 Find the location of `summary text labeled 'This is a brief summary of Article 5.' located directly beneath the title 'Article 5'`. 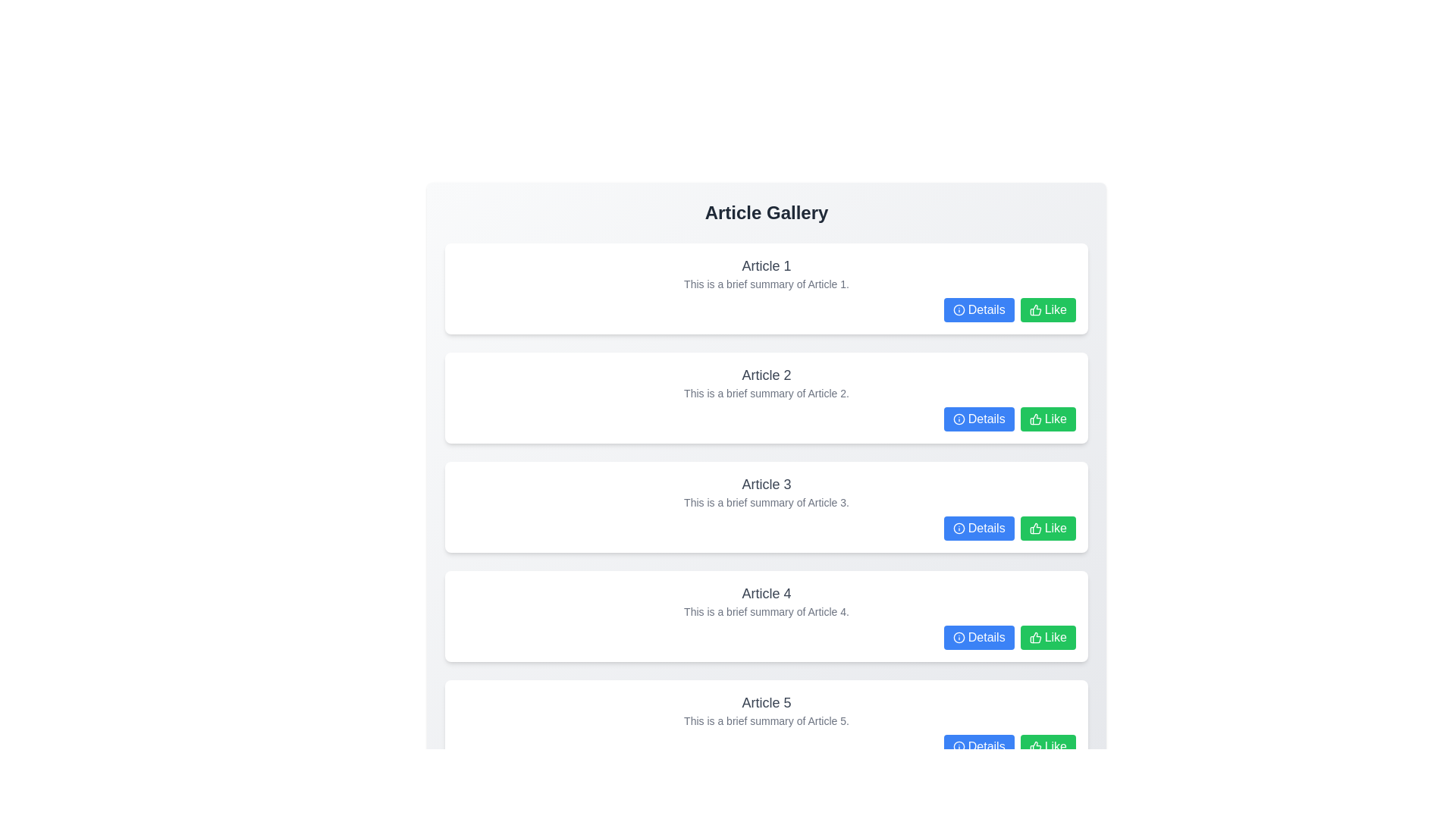

summary text labeled 'This is a brief summary of Article 5.' located directly beneath the title 'Article 5' is located at coordinates (767, 720).